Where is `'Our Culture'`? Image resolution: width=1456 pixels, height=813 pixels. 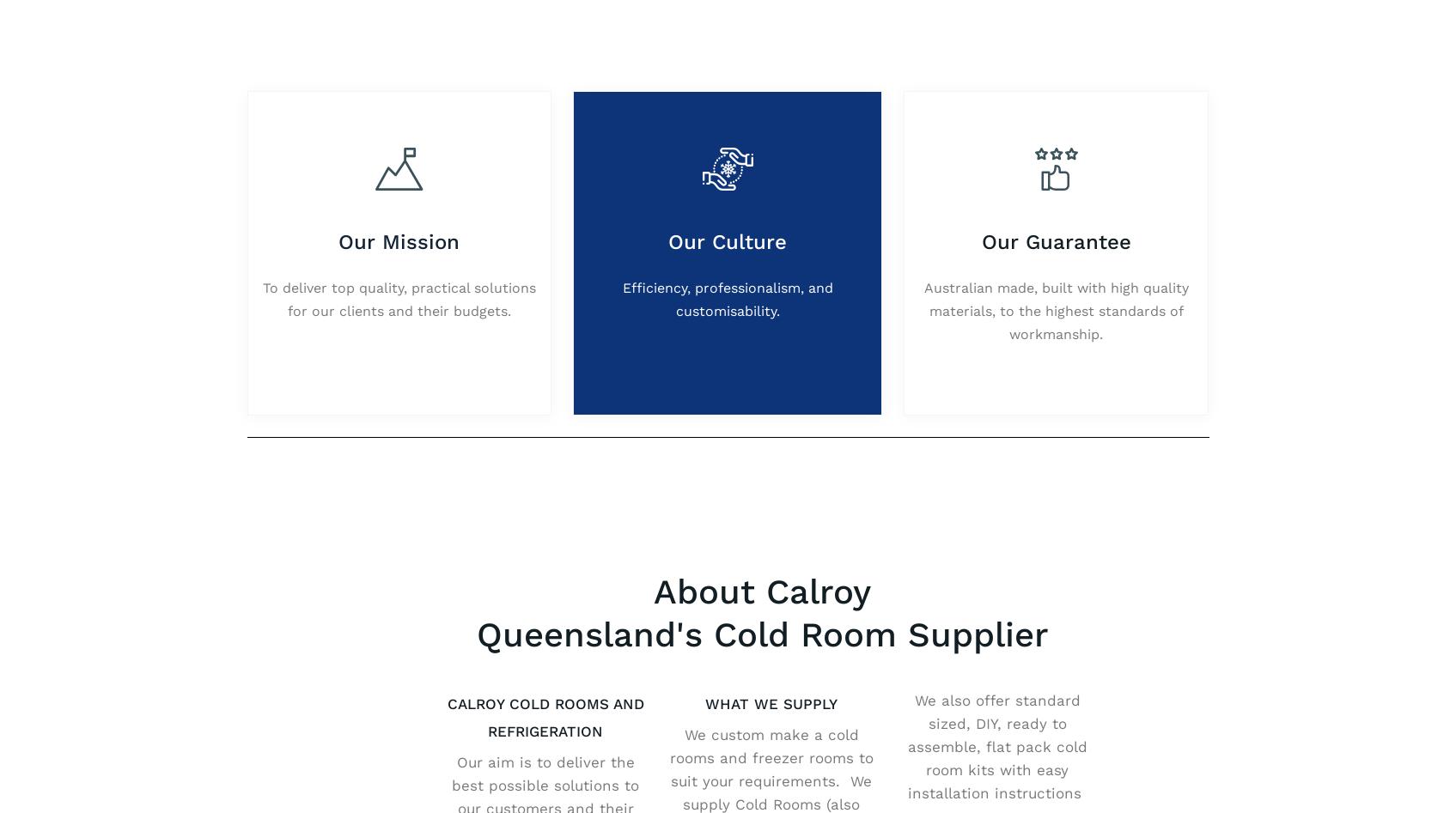
'Our Culture' is located at coordinates (727, 240).